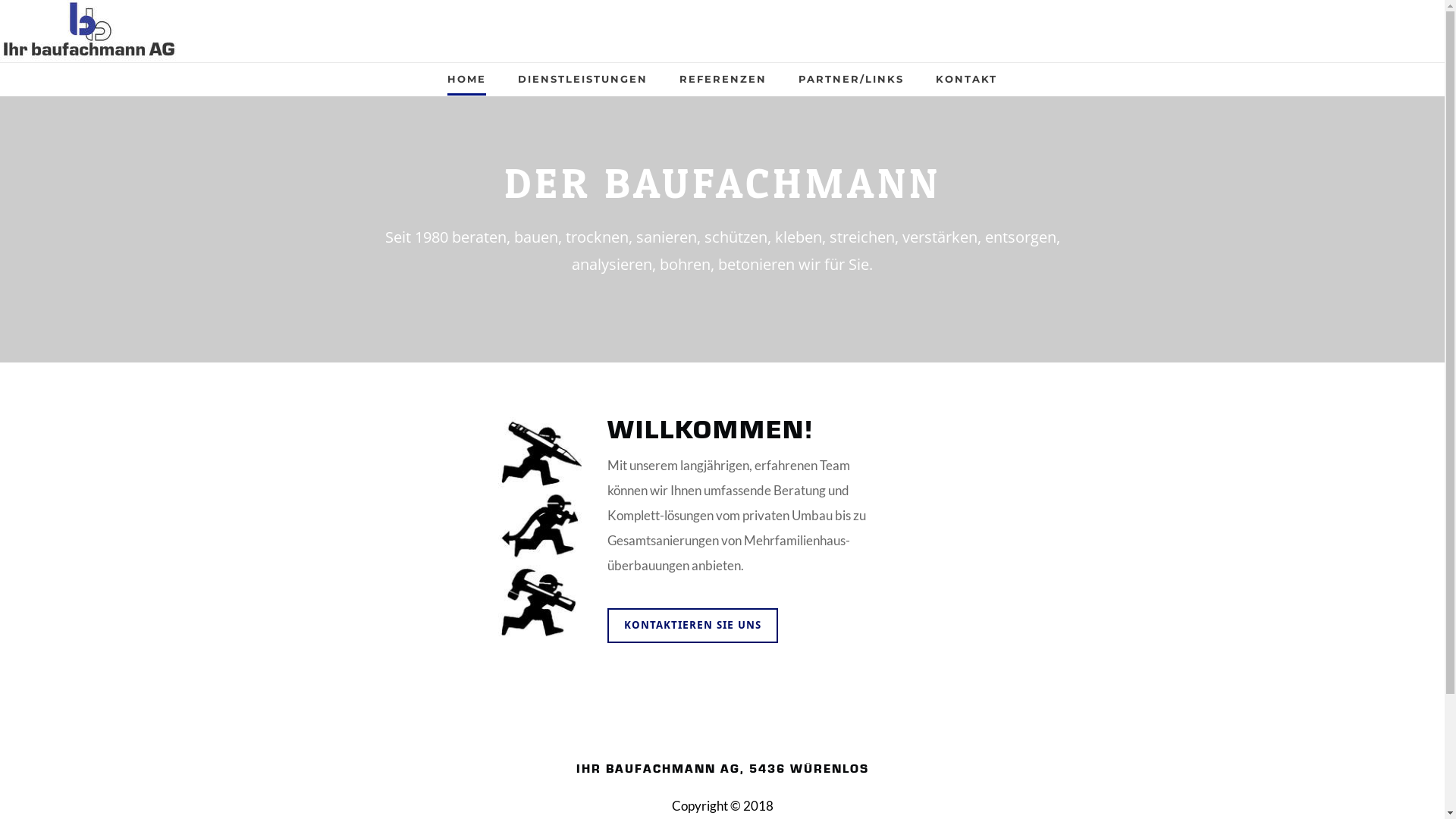 The width and height of the screenshot is (1456, 819). I want to click on 'PARTNER/LINKS', so click(851, 84).